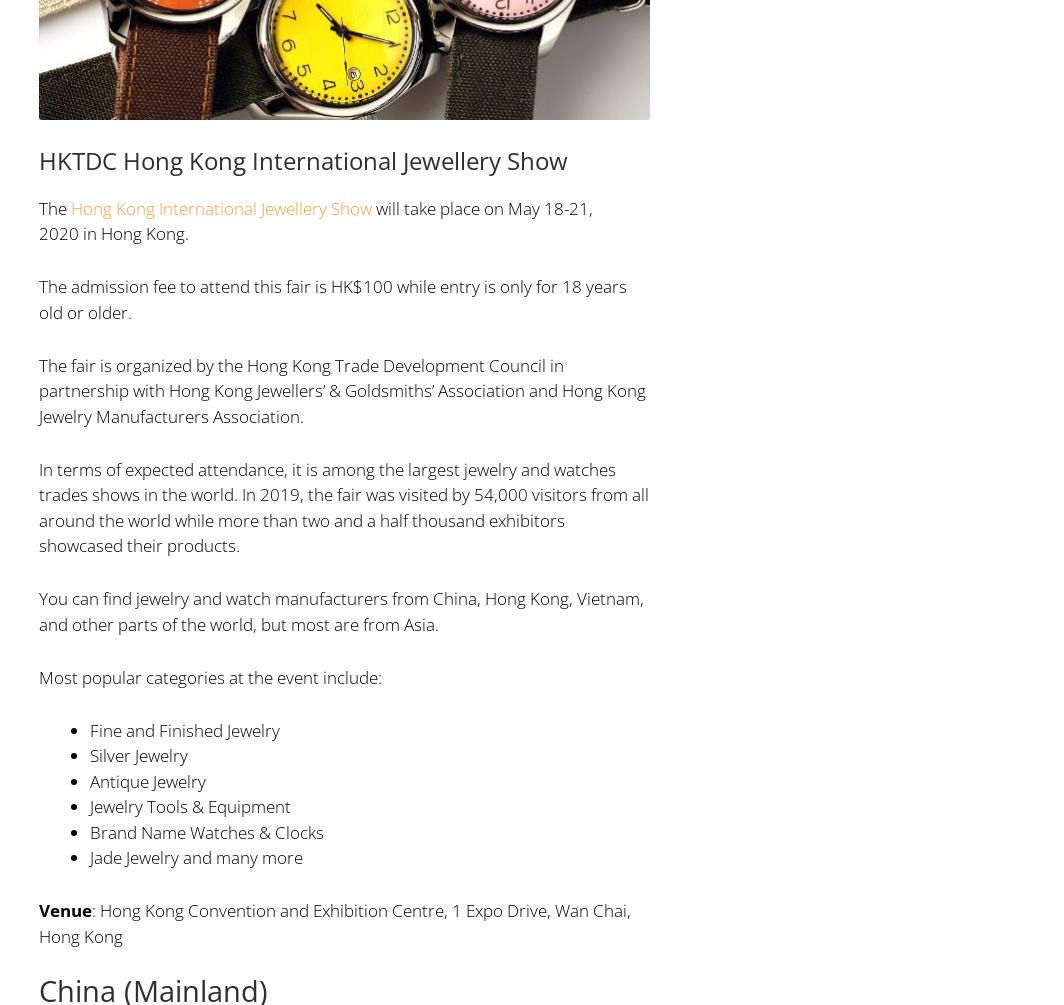 Image resolution: width=1064 pixels, height=1005 pixels. Describe the element at coordinates (189, 806) in the screenshot. I see `'Jewelry Tools & Equipment'` at that location.